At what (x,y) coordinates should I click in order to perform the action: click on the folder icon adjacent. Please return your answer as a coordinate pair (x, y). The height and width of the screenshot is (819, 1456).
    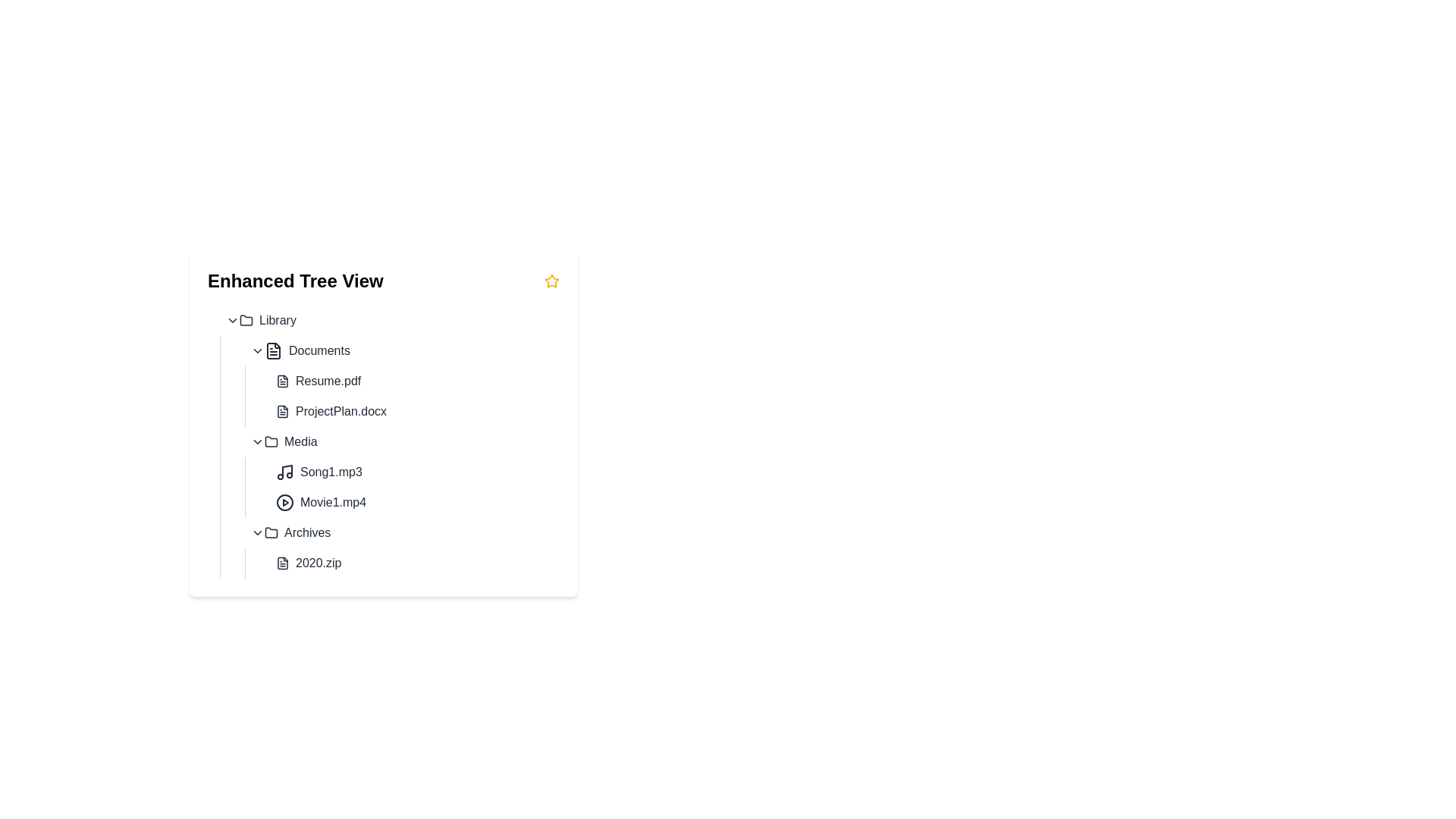
    Looking at the image, I should click on (246, 318).